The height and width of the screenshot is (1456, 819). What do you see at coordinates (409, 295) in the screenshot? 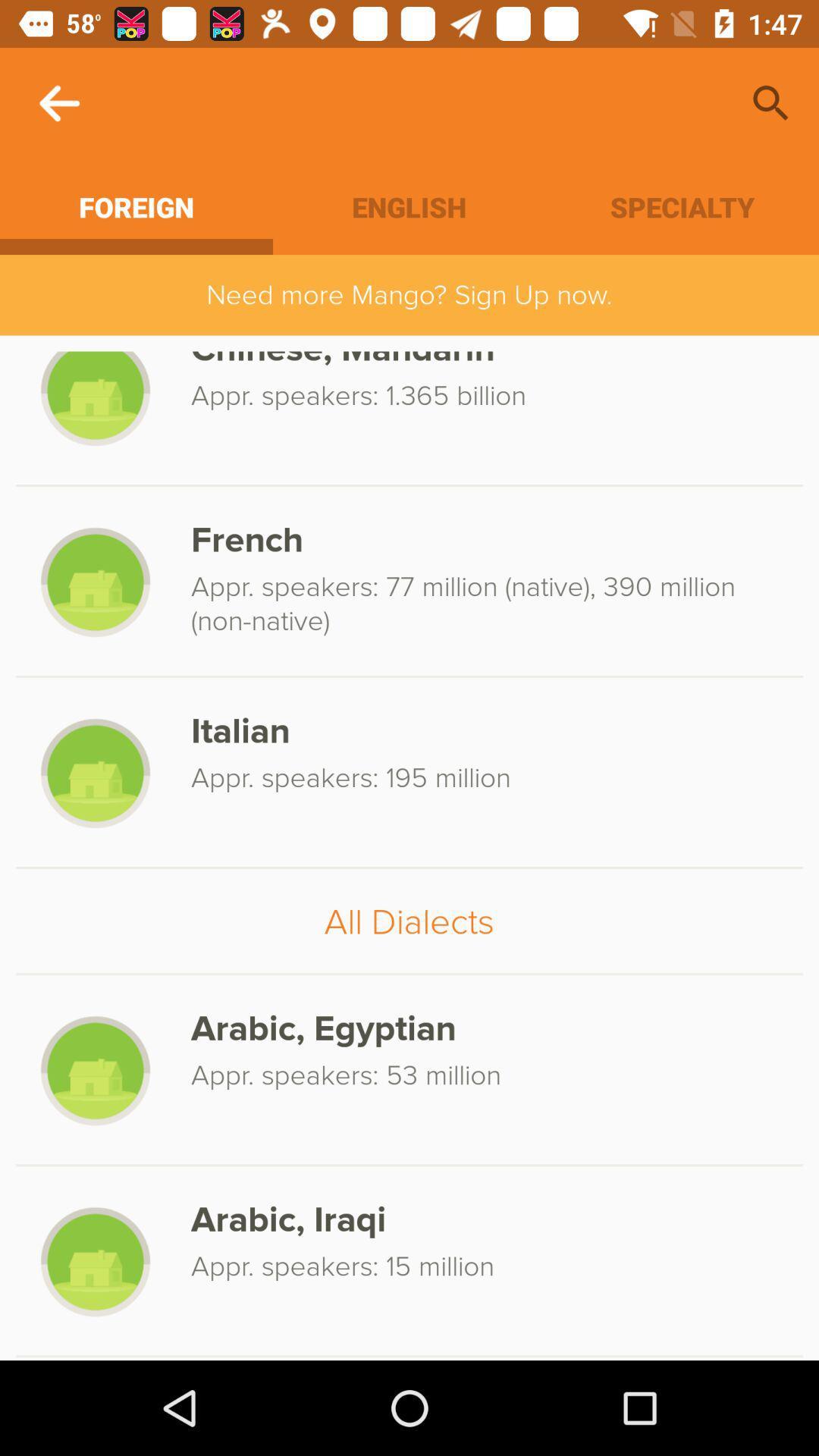
I see `need more mango` at bounding box center [409, 295].